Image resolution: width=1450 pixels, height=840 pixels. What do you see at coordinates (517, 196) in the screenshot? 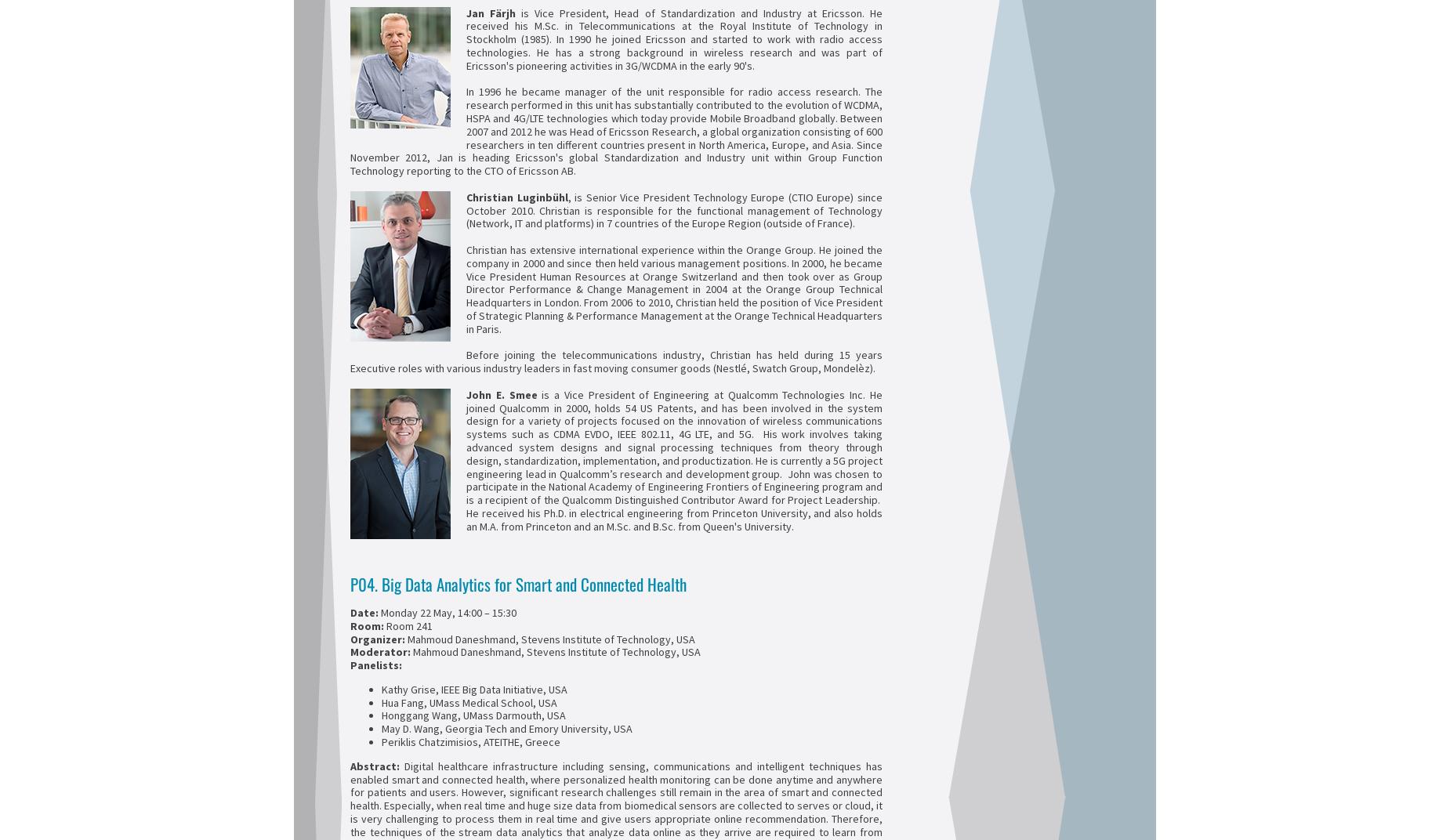
I see `'Christian Luginbühl'` at bounding box center [517, 196].